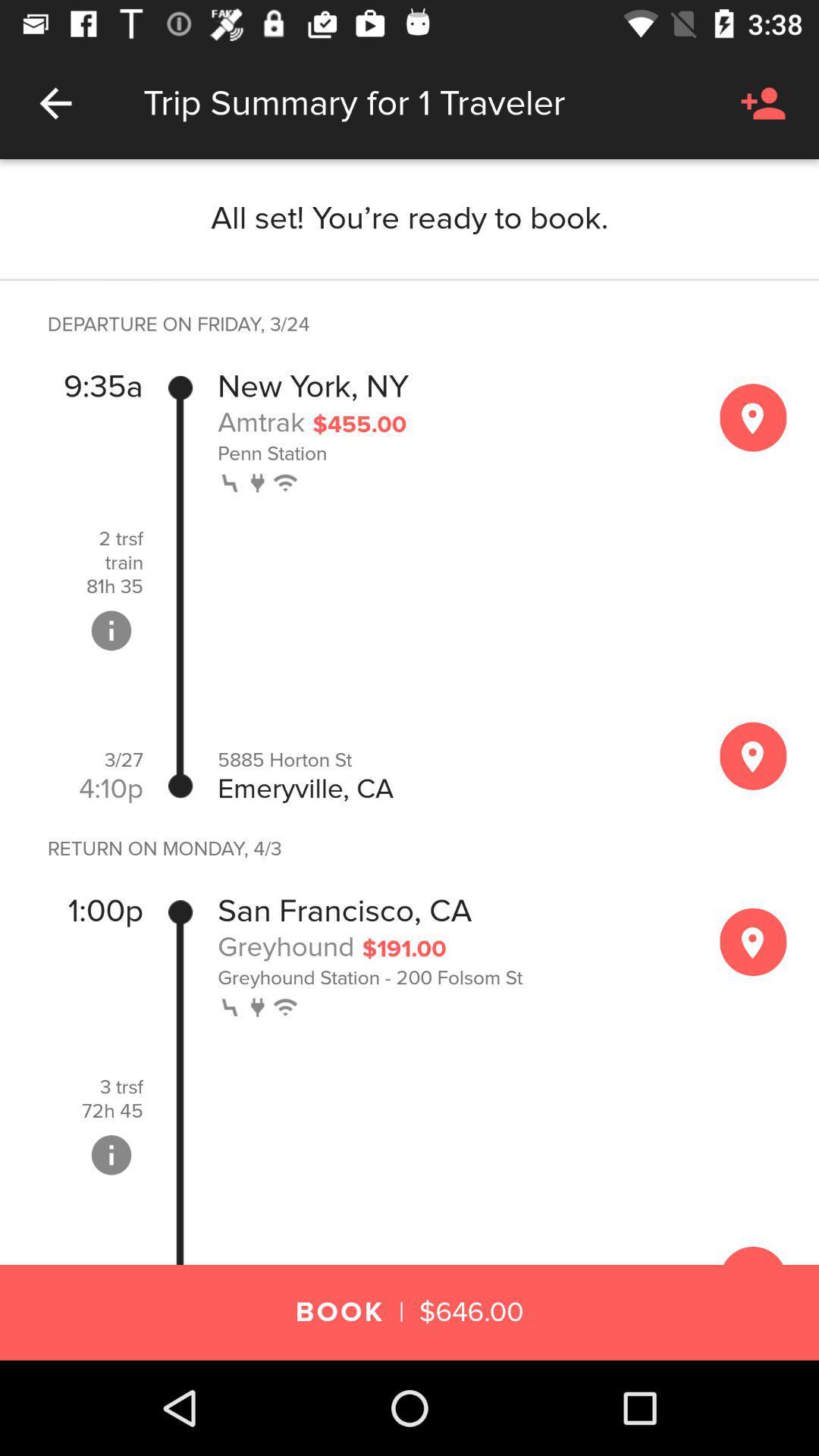 The width and height of the screenshot is (819, 1456). Describe the element at coordinates (105, 910) in the screenshot. I see `the 1:00p` at that location.